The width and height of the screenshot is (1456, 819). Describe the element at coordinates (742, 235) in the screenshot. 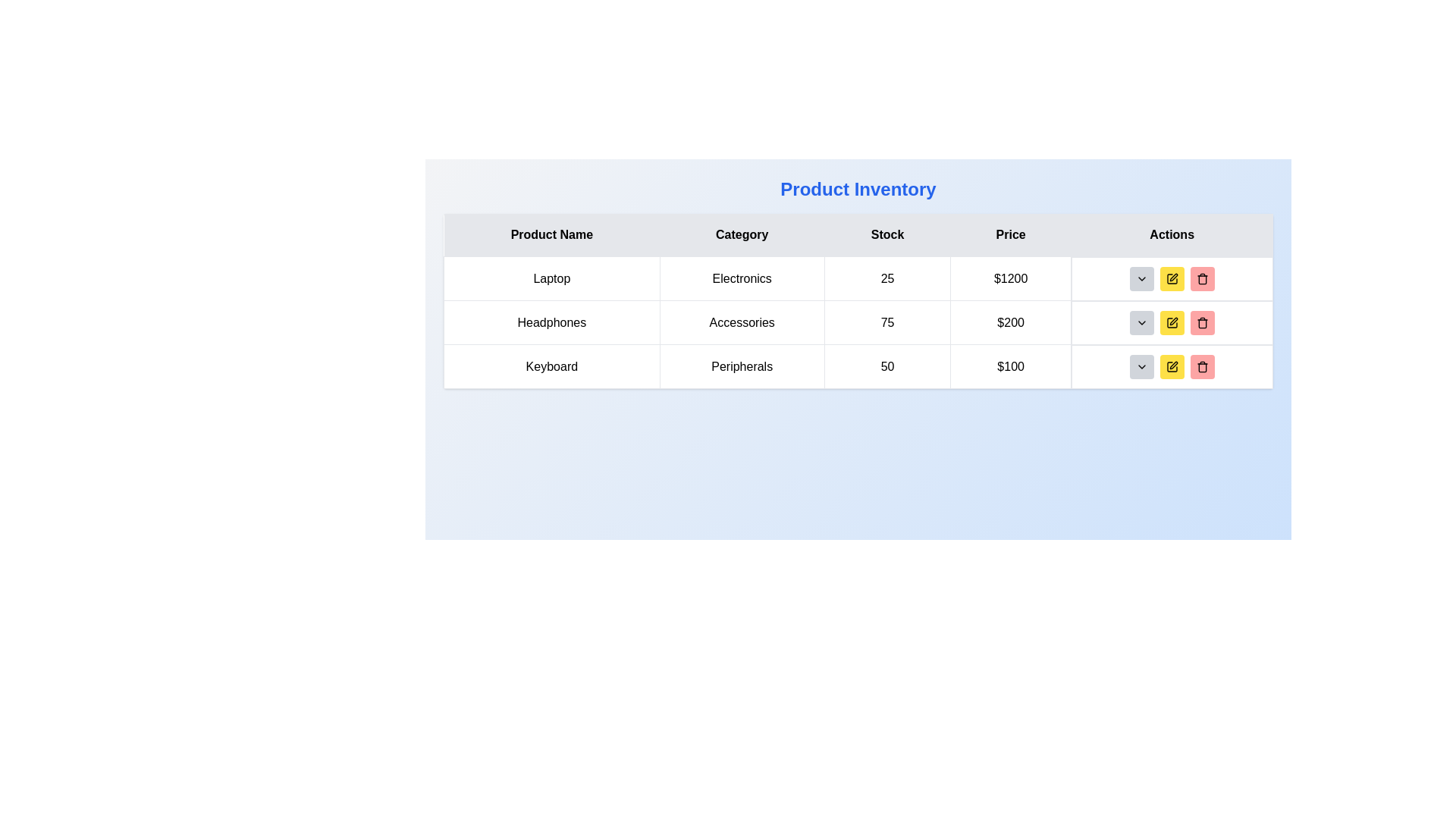

I see `the 'Category' column header cell in the 'Product Inventory' table, which is positioned between the 'Product Name' and 'Stock' headers` at that location.